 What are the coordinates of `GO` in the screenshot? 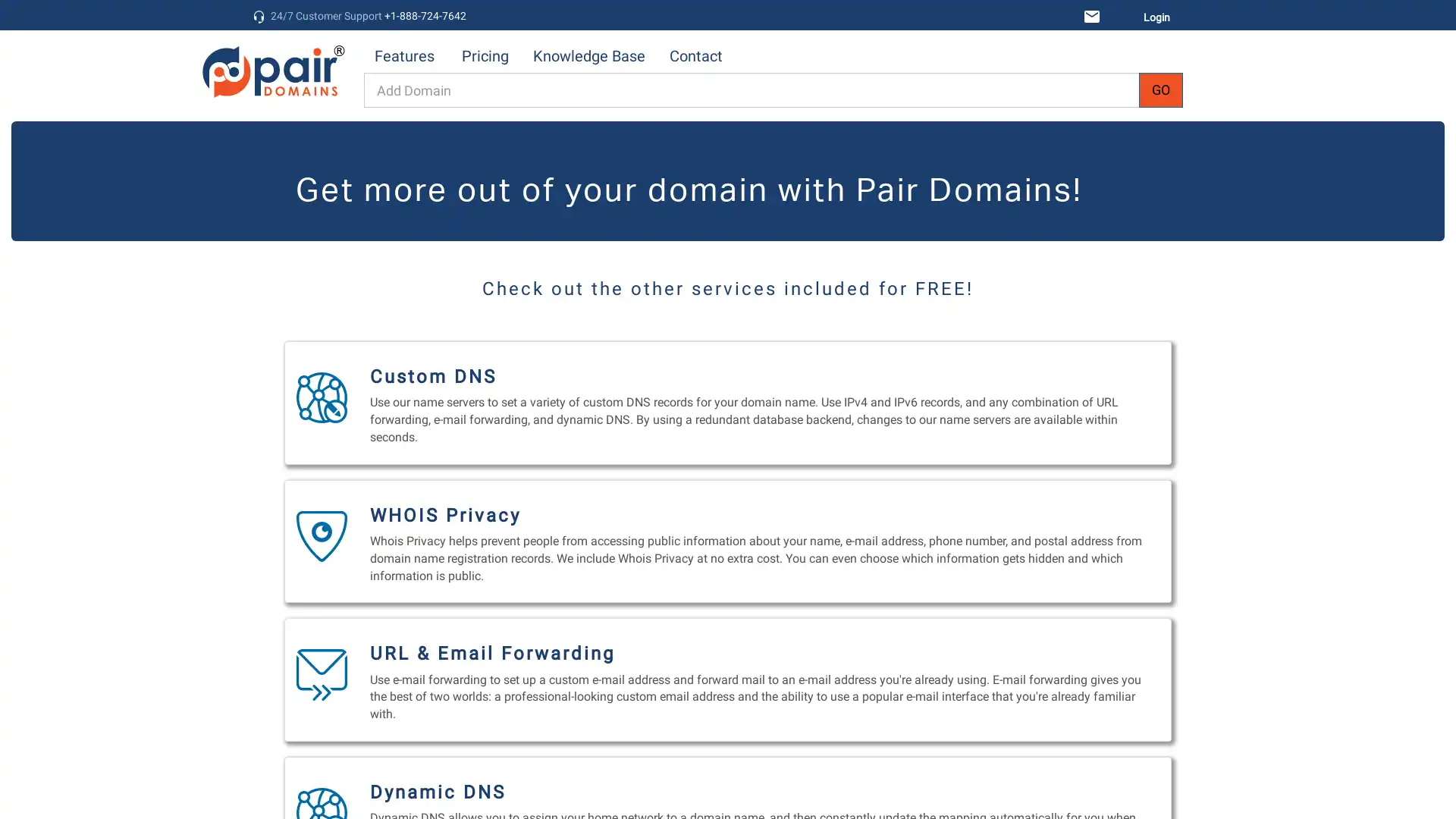 It's located at (1160, 90).